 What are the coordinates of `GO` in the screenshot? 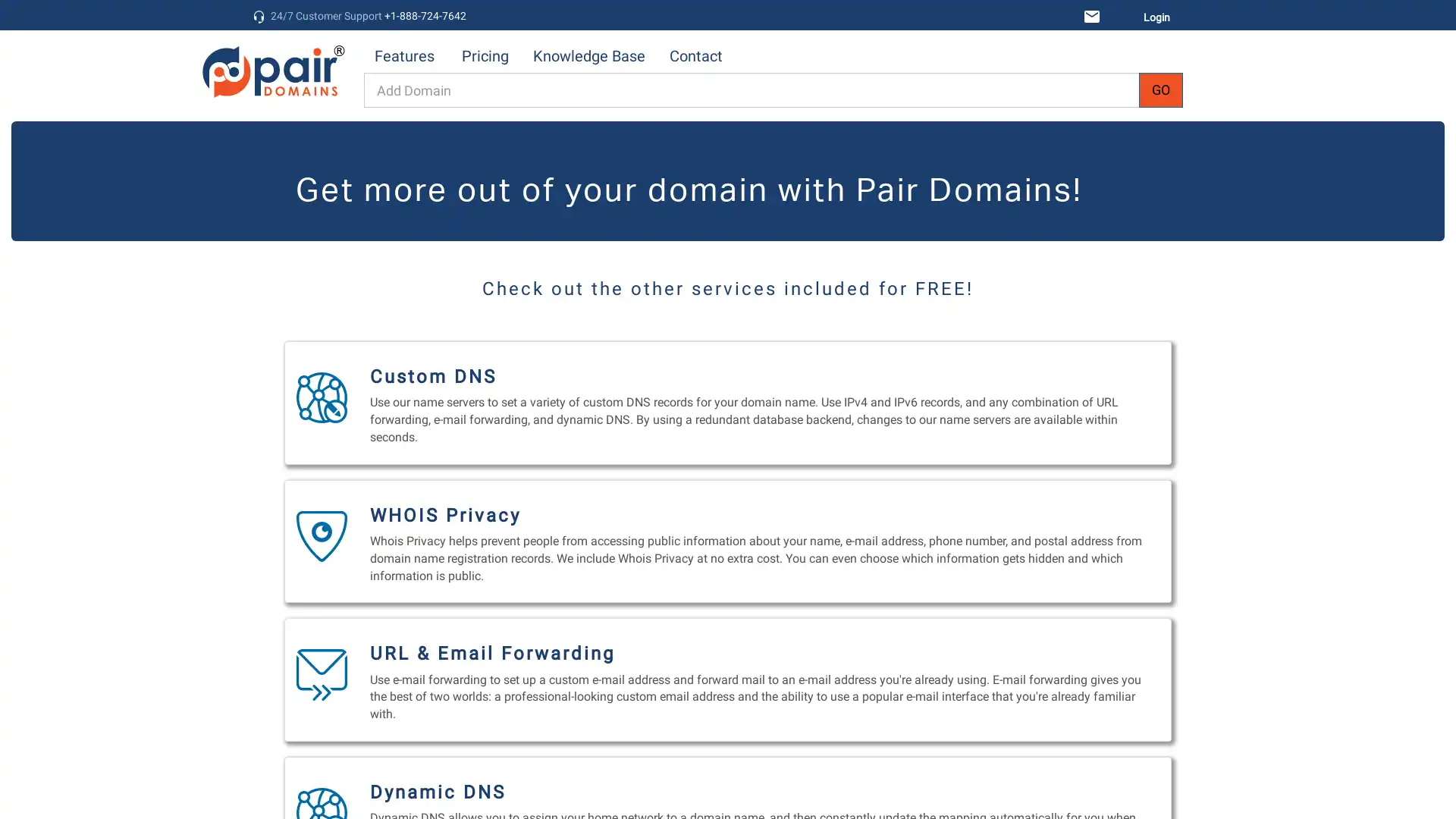 It's located at (1160, 90).